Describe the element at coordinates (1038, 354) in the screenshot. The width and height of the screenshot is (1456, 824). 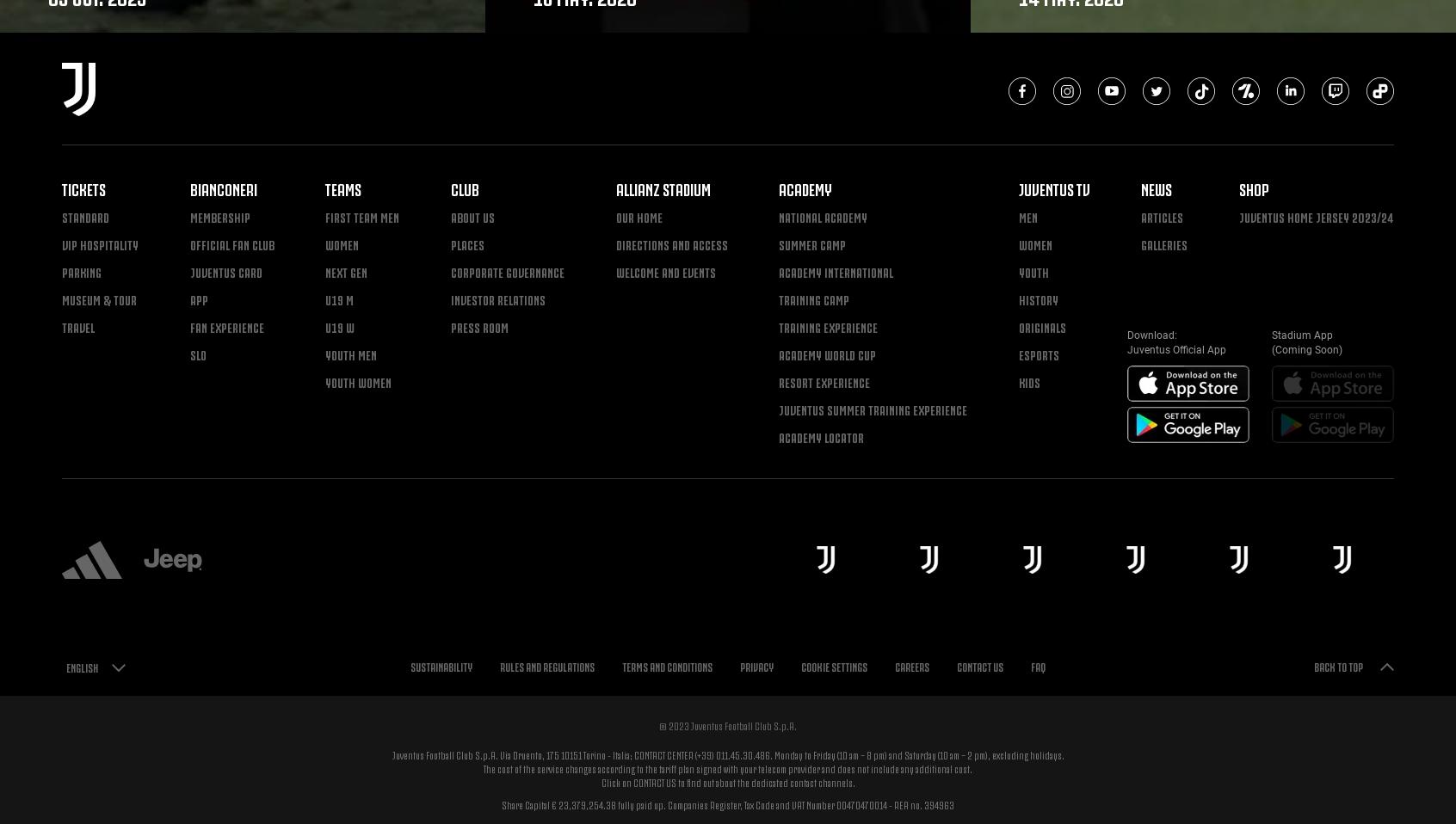
I see `'eSports'` at that location.